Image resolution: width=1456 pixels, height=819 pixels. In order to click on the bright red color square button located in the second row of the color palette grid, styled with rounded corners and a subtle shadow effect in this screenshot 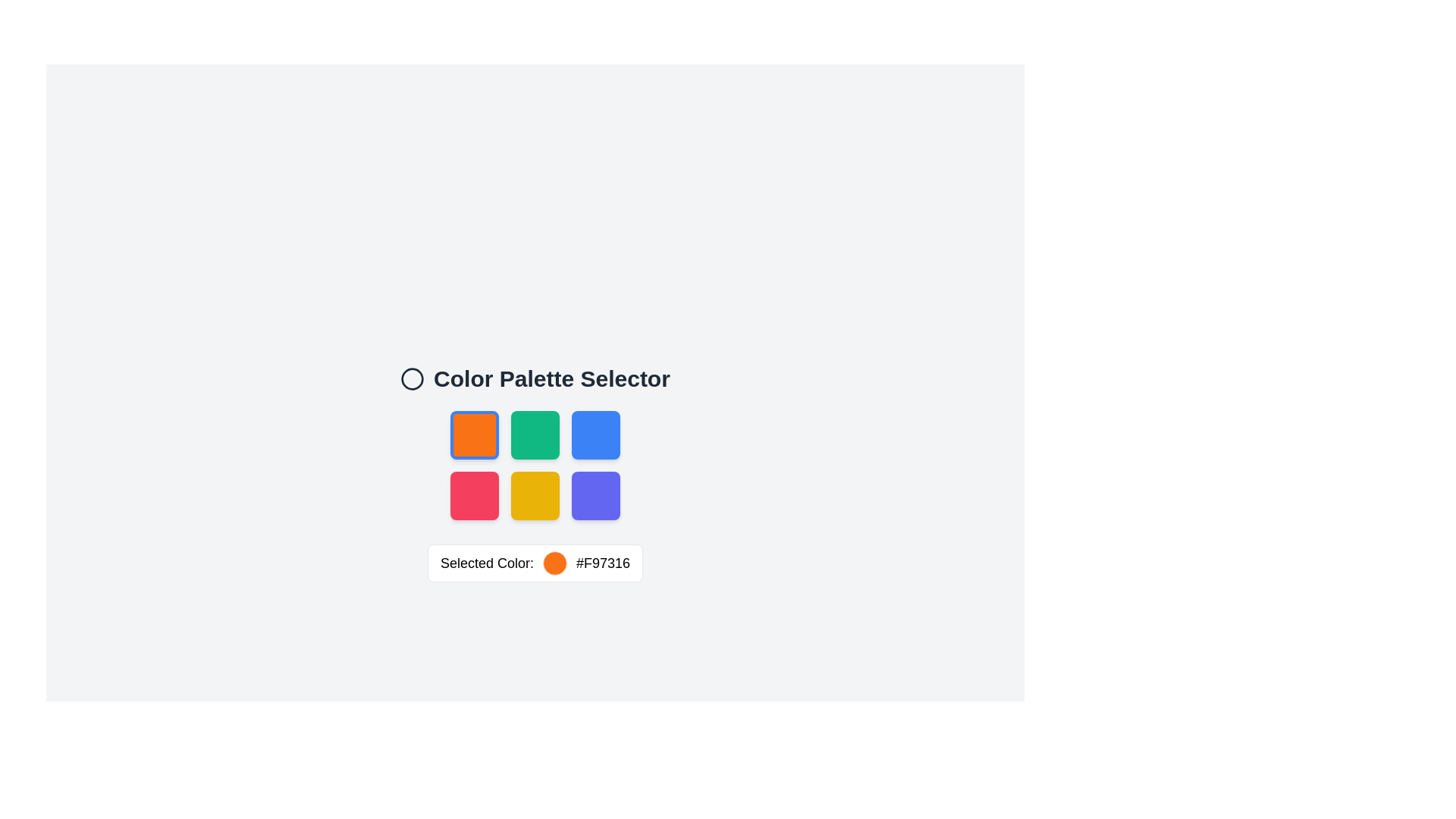, I will do `click(473, 496)`.